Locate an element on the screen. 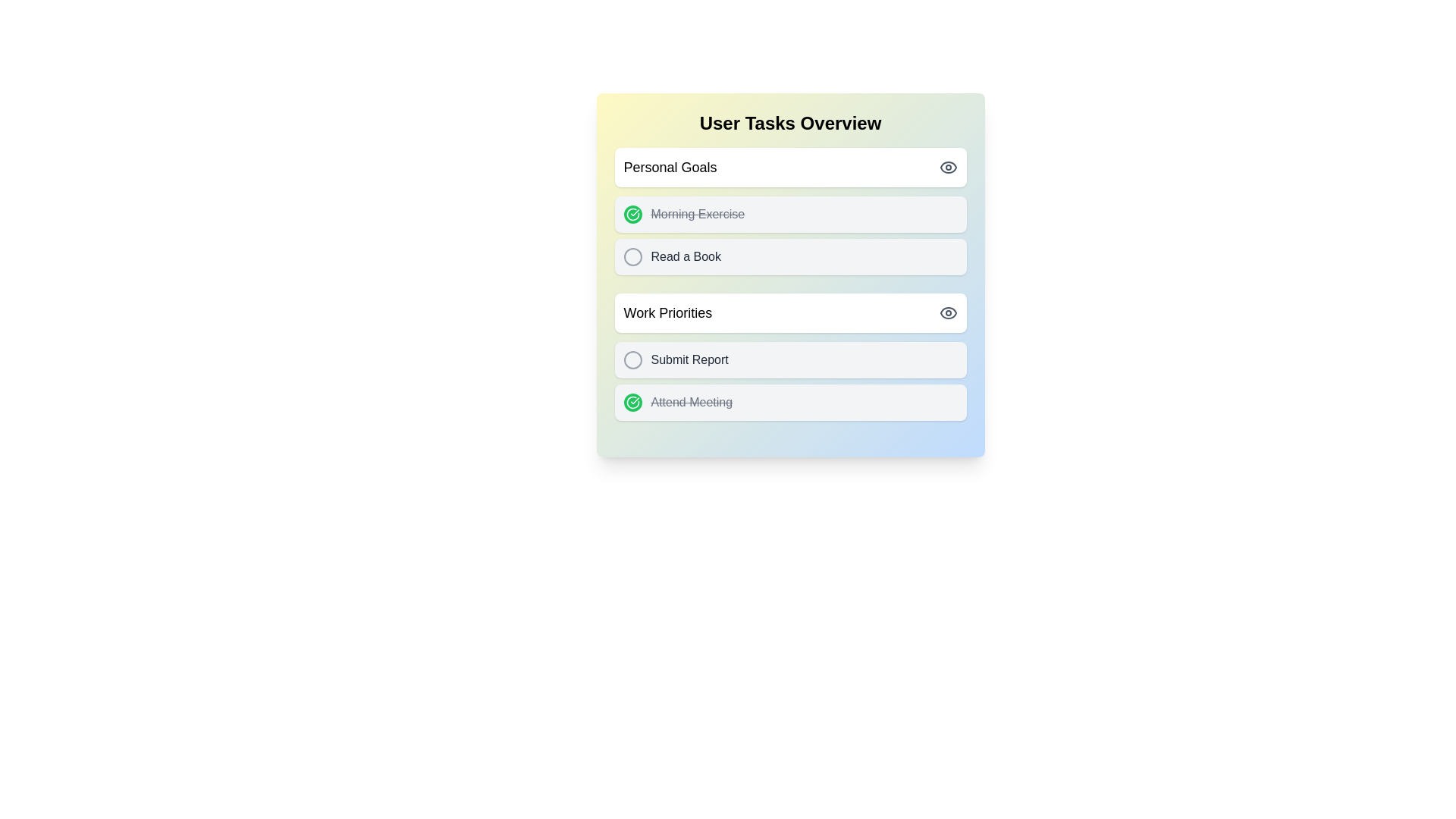 Image resolution: width=1456 pixels, height=819 pixels. the 'Morning Exercise' task entry in the List of tasks with status icons is located at coordinates (789, 236).